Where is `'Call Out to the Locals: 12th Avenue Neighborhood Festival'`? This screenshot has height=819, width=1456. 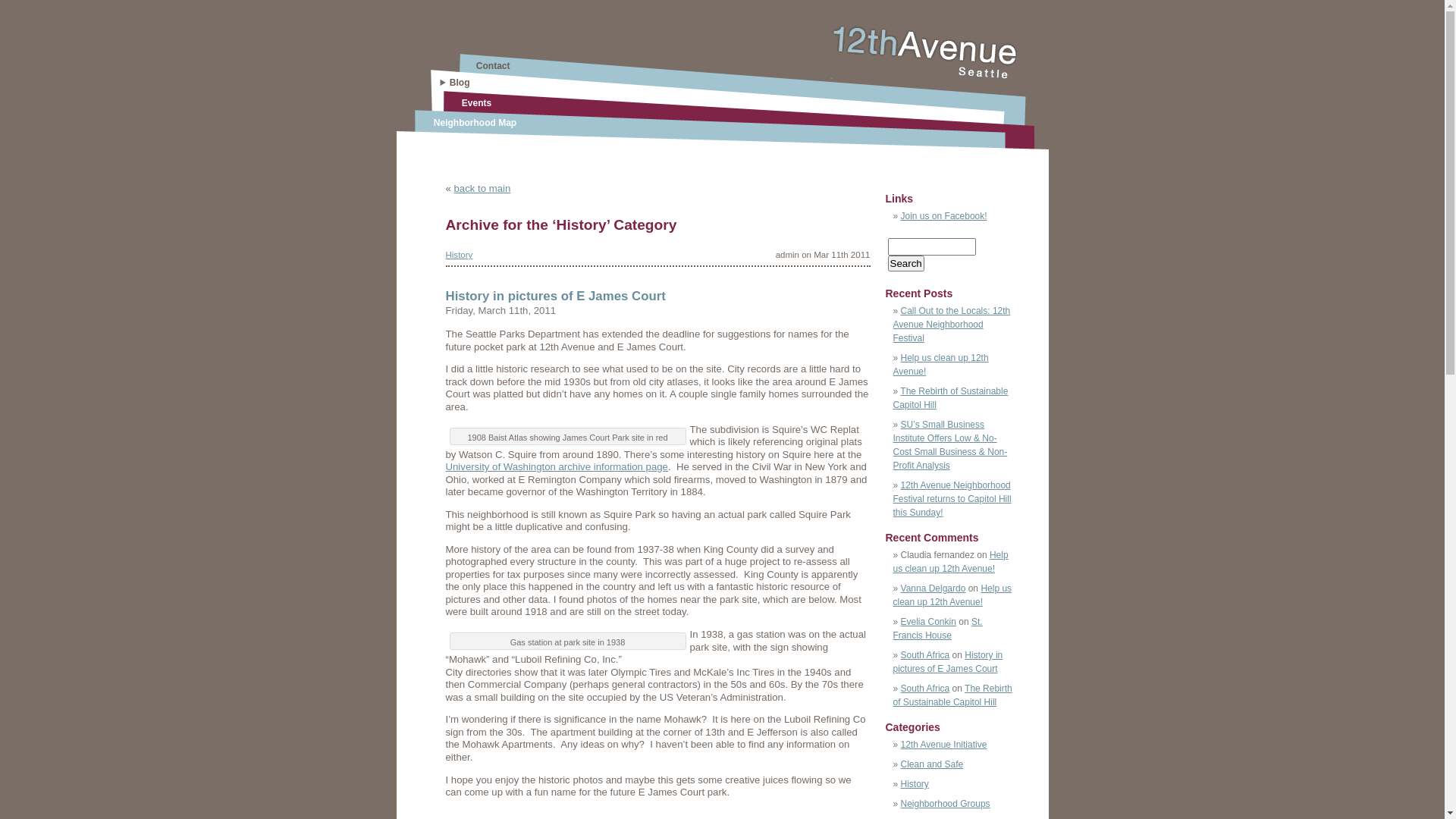
'Call Out to the Locals: 12th Avenue Neighborhood Festival' is located at coordinates (893, 324).